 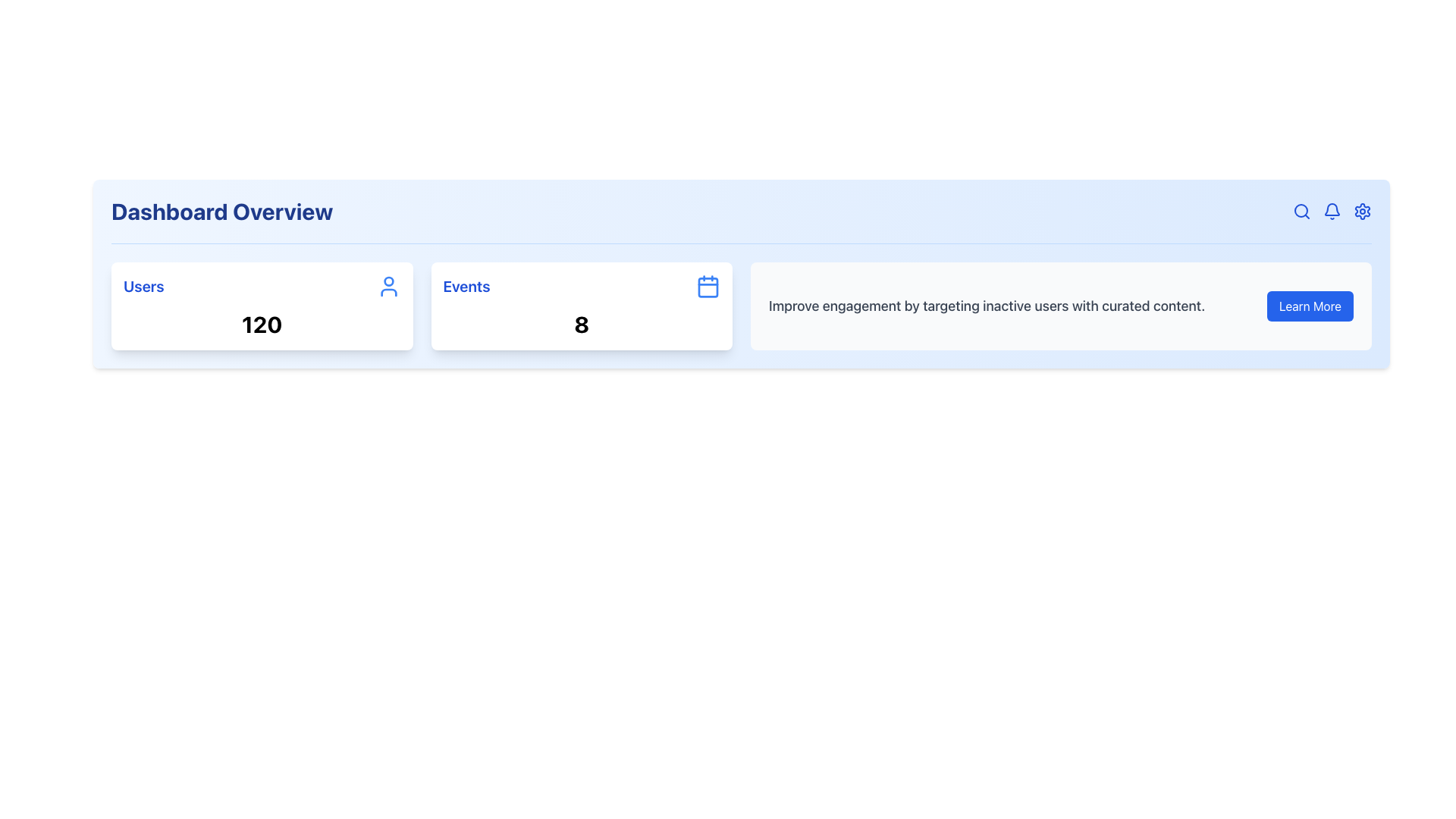 What do you see at coordinates (1331, 209) in the screenshot?
I see `the blue stroke of the bell icon's interior curve located in the top-right corner of the header section` at bounding box center [1331, 209].